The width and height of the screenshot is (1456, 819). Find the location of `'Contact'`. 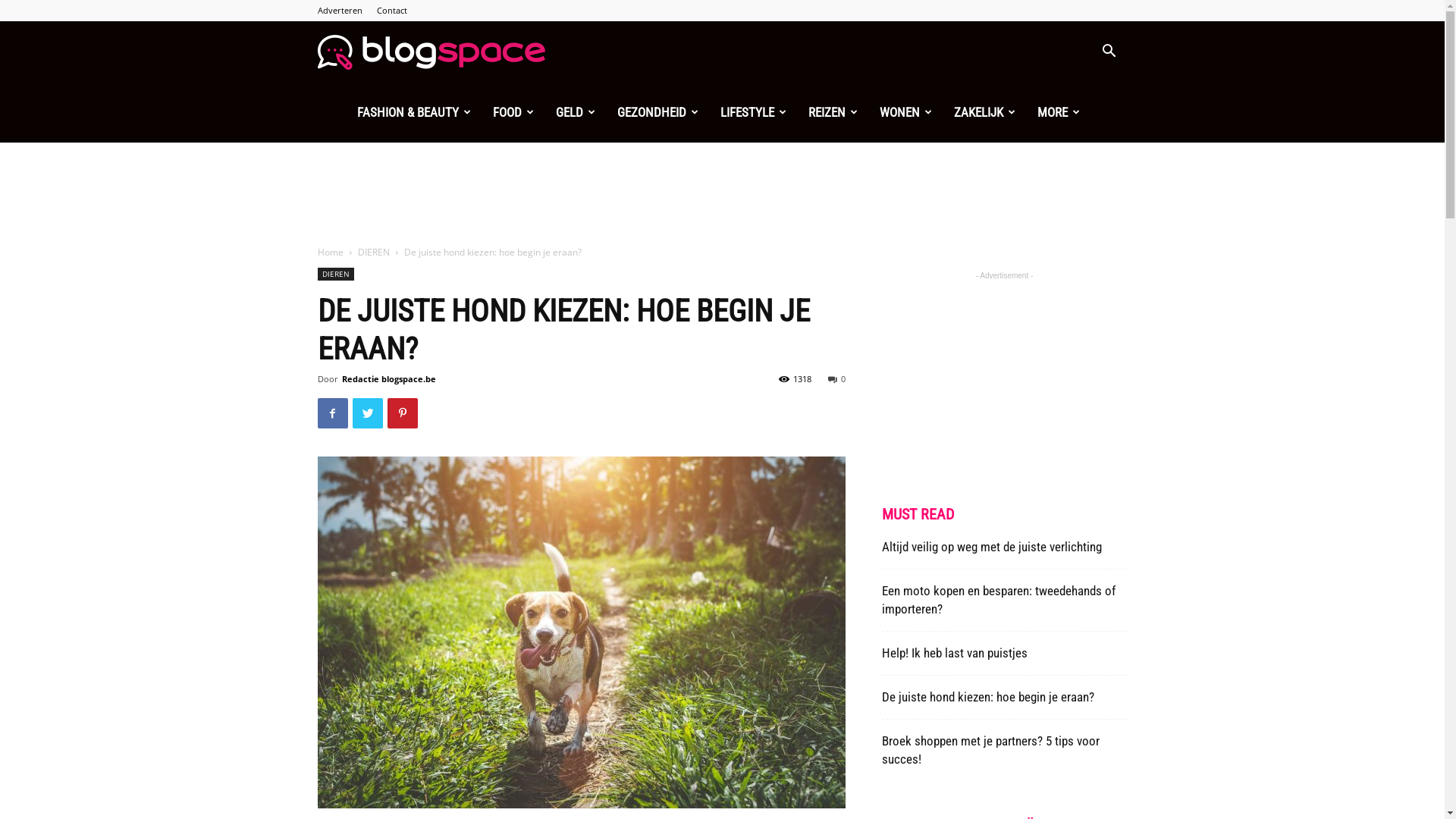

'Contact' is located at coordinates (391, 10).